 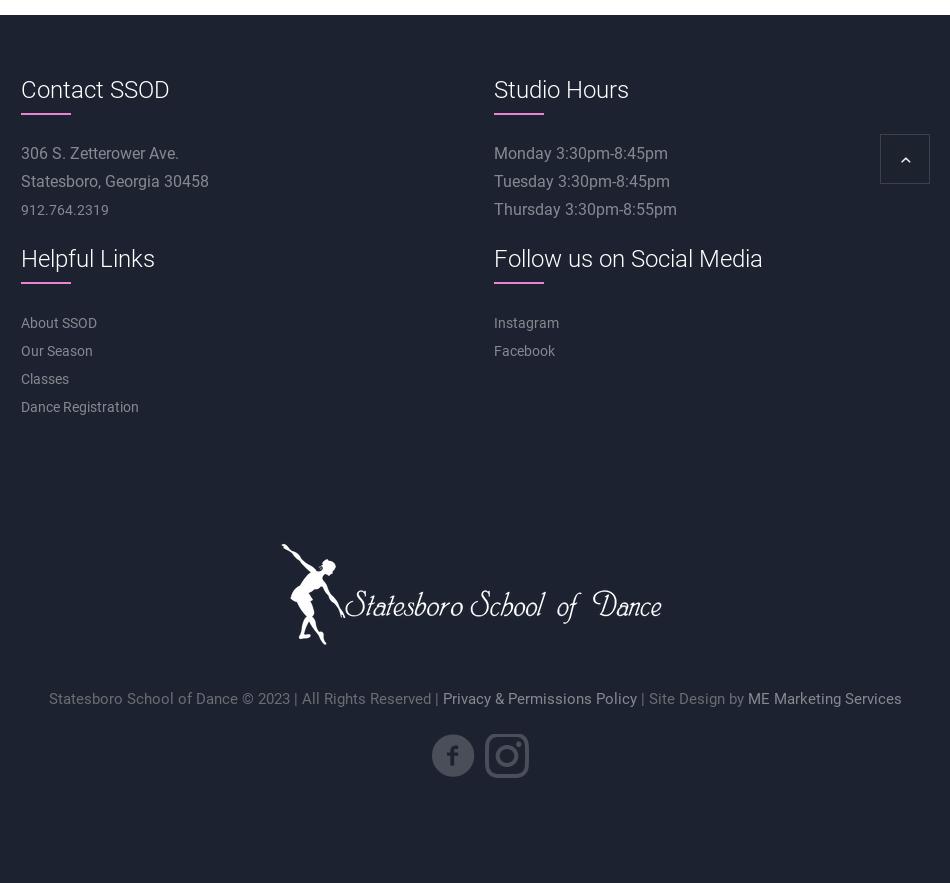 I want to click on 'Statesboro School of Dance © 2023 | All Rights Reserved |', so click(x=244, y=698).